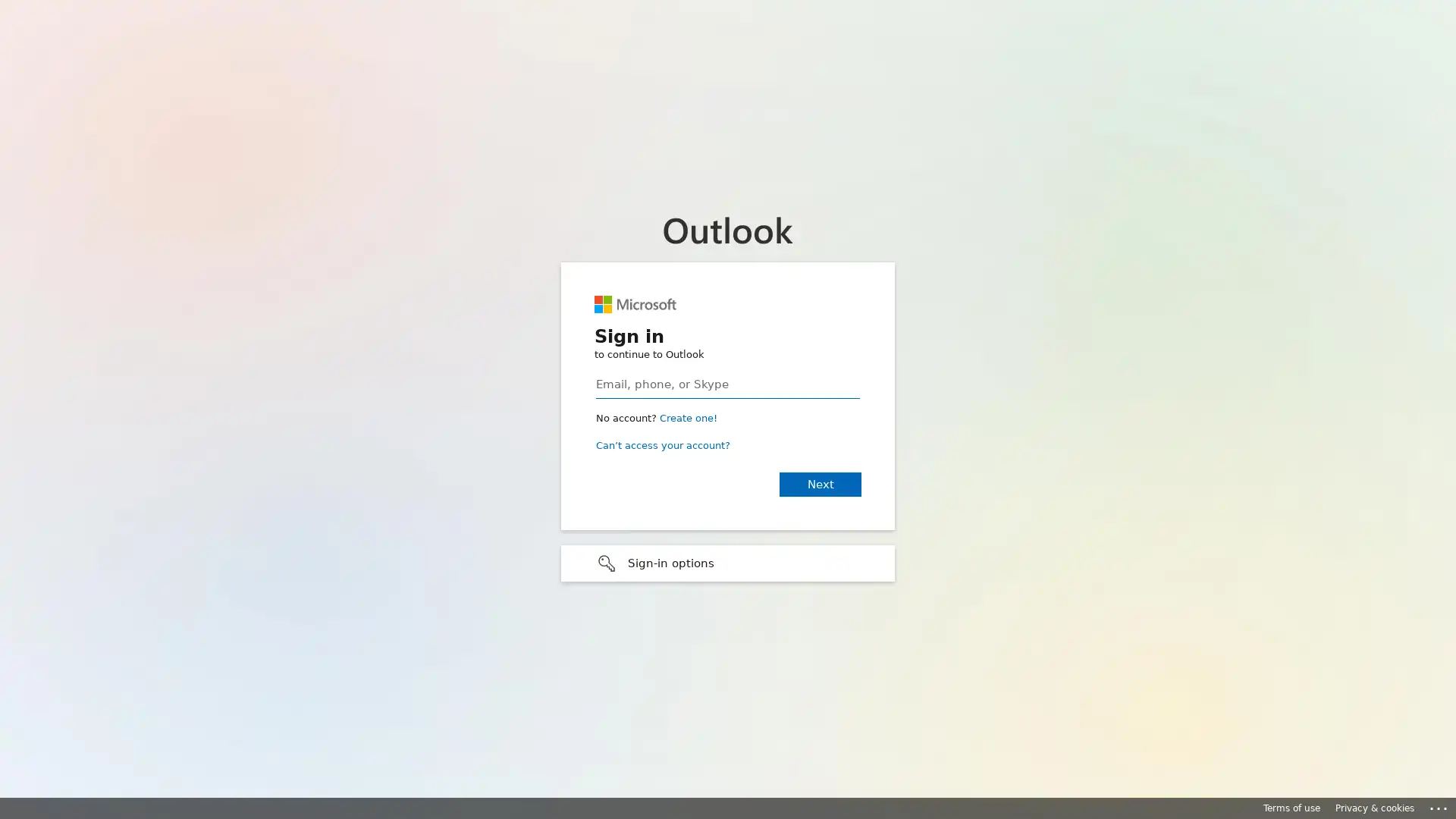  What do you see at coordinates (1439, 805) in the screenshot?
I see `Click here for troubleshooting information` at bounding box center [1439, 805].